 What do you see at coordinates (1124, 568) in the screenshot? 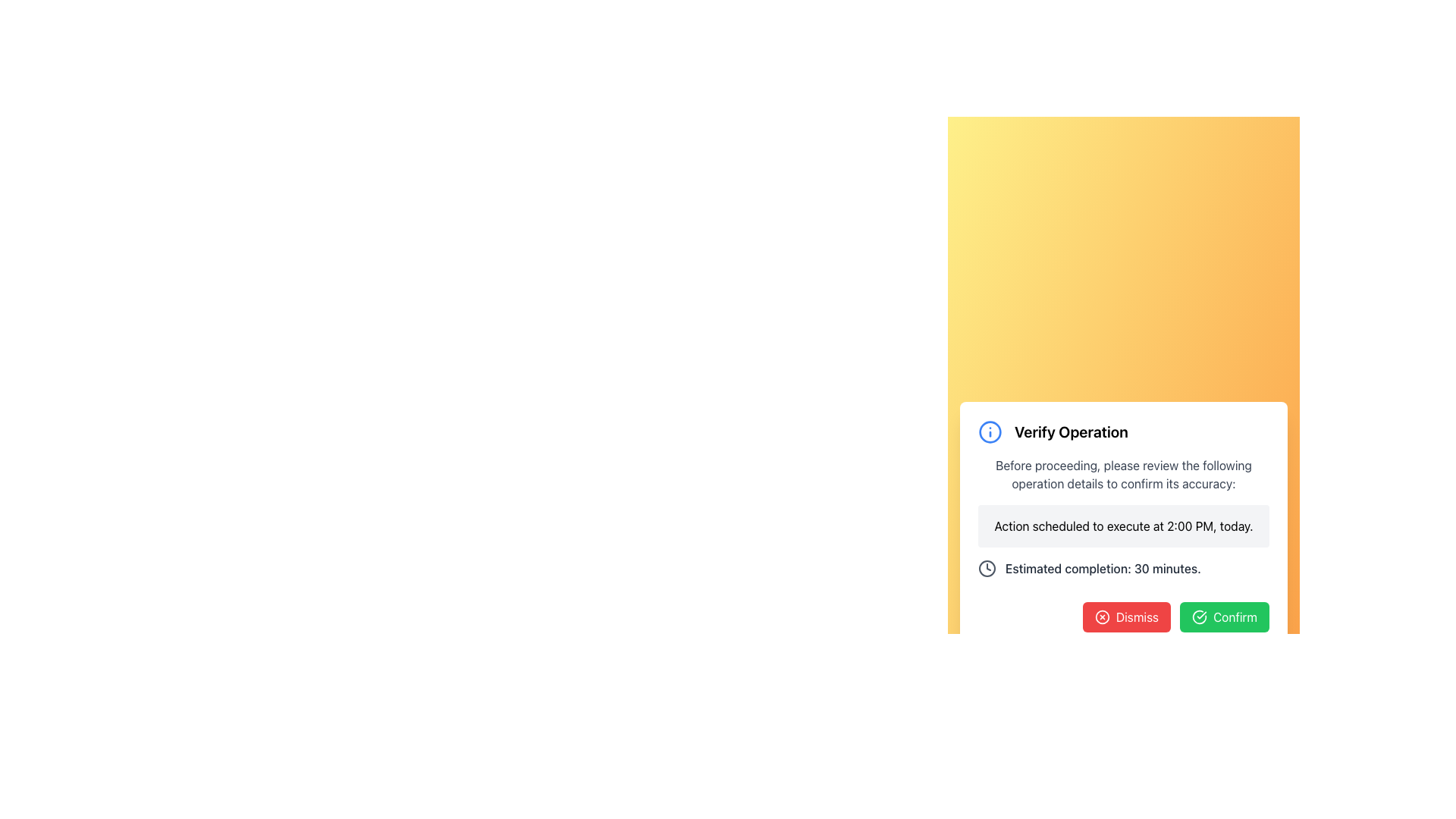
I see `the text with icon element displaying 'Estimated completion: 30 minutes.' located in the confirmation dialog, positioned below the description and above the 'Dismiss' and 'Confirm' buttons` at bounding box center [1124, 568].